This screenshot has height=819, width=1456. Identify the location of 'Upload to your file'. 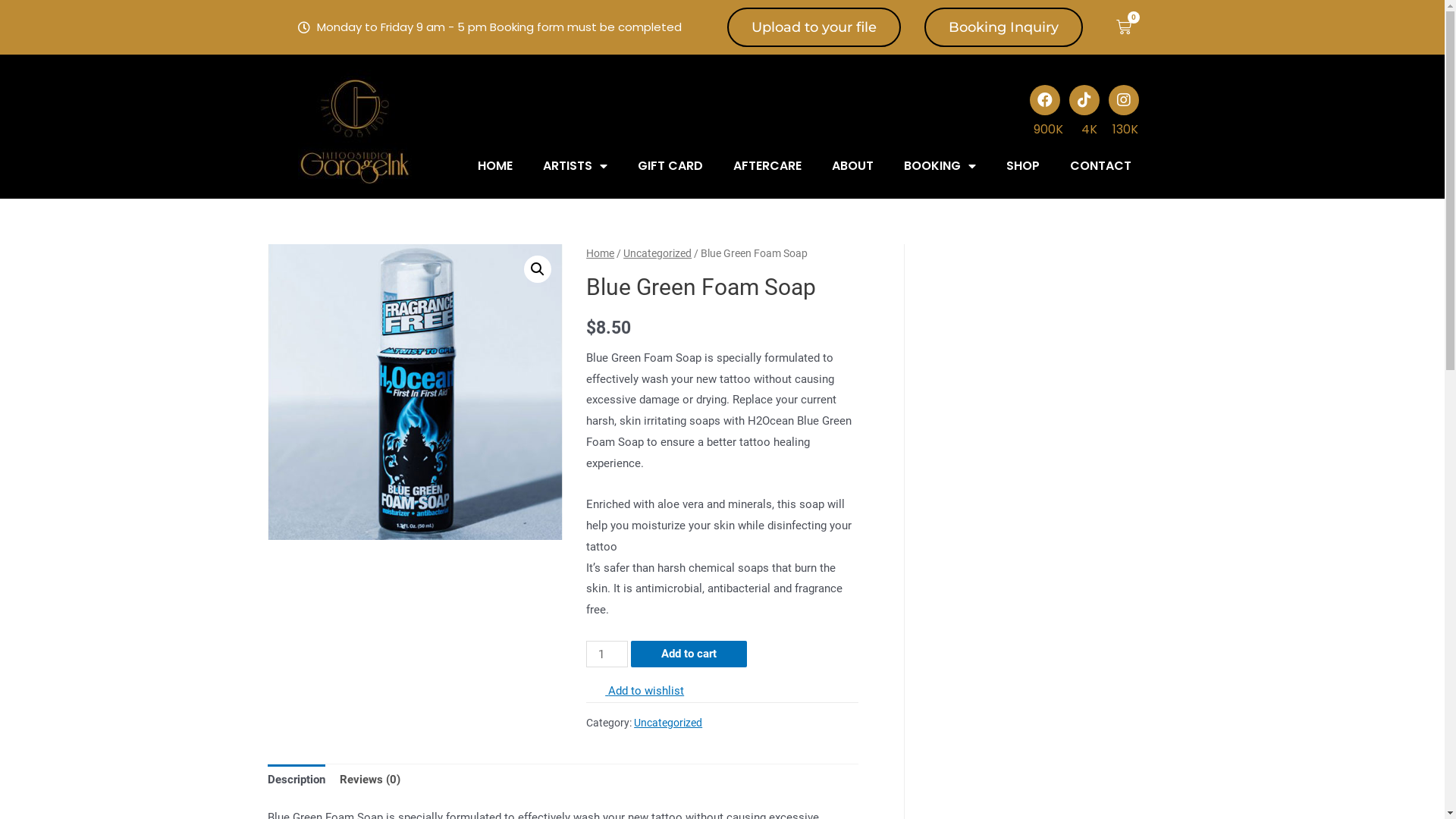
(726, 27).